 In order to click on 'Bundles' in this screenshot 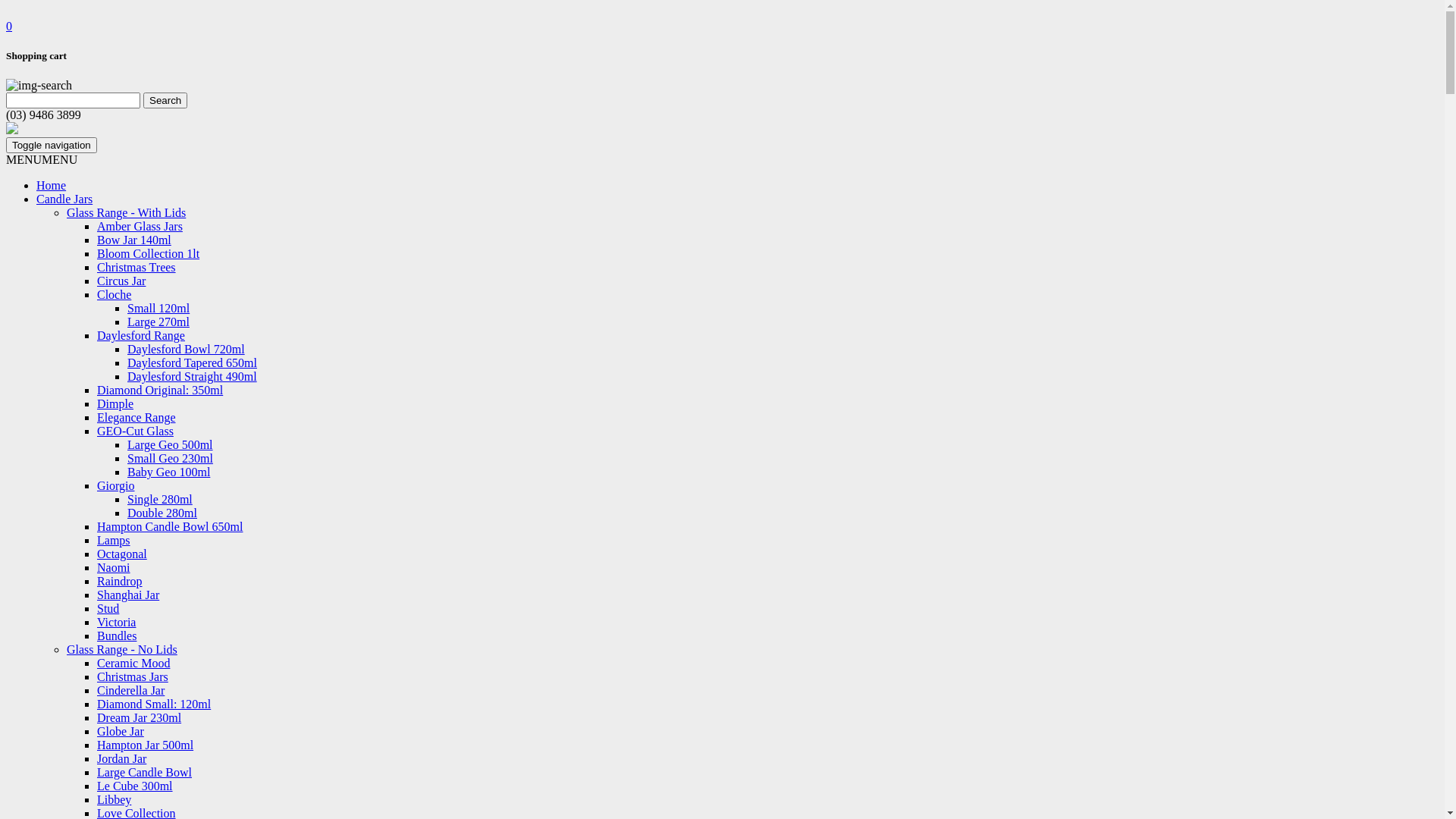, I will do `click(115, 635)`.